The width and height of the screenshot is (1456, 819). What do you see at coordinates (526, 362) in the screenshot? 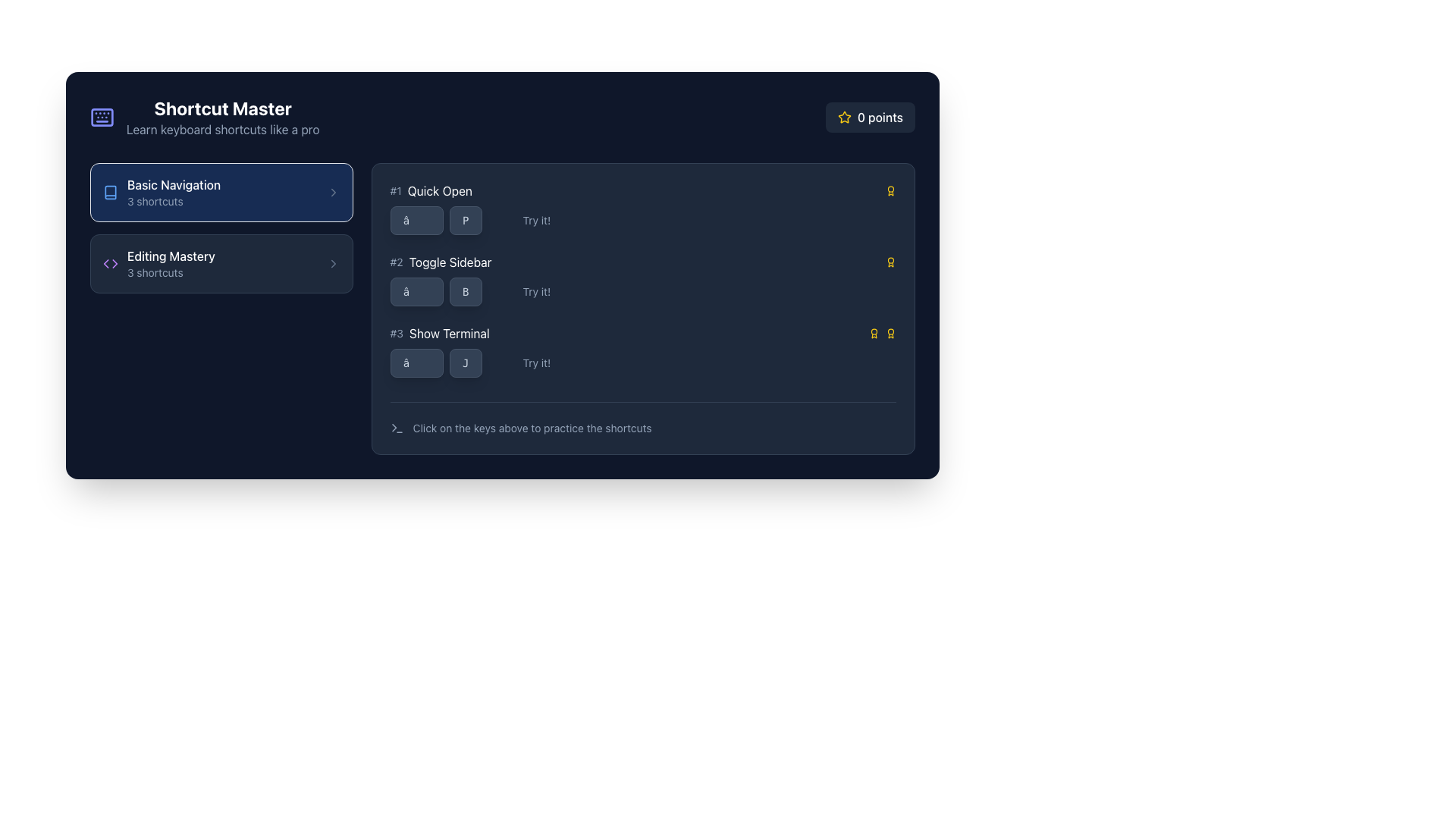
I see `the 'Show Terminal' Text Label, which is positioned to the immediate right of the 'J' button in the settings panel` at bounding box center [526, 362].